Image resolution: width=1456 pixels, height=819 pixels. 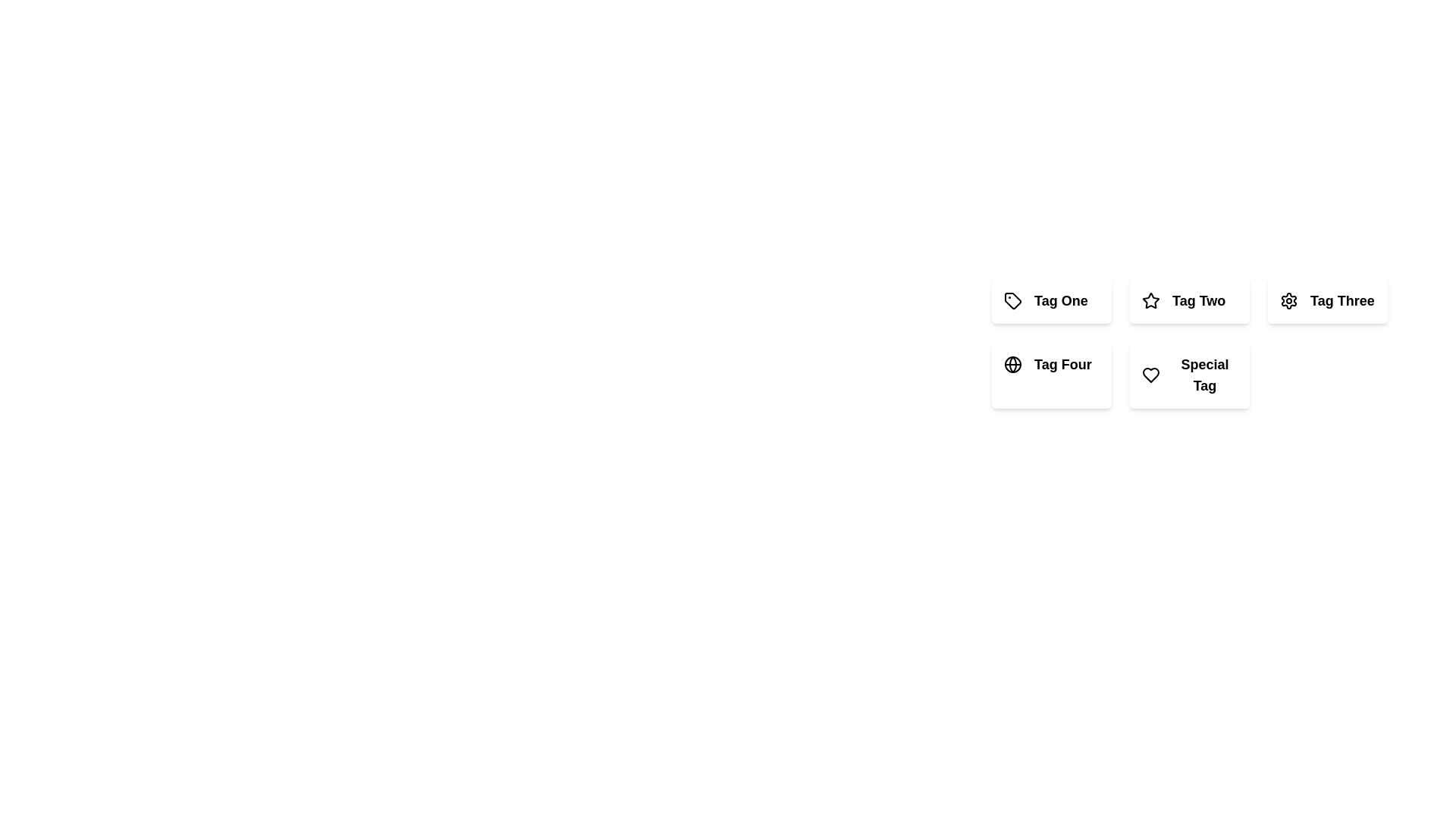 What do you see at coordinates (1189, 375) in the screenshot?
I see `the 'Special Tag' button, which is a rectangular button with rounded corners, containing the text 'Special Tag' in bold font and a heart icon, located at the bottom right of the grid layout` at bounding box center [1189, 375].